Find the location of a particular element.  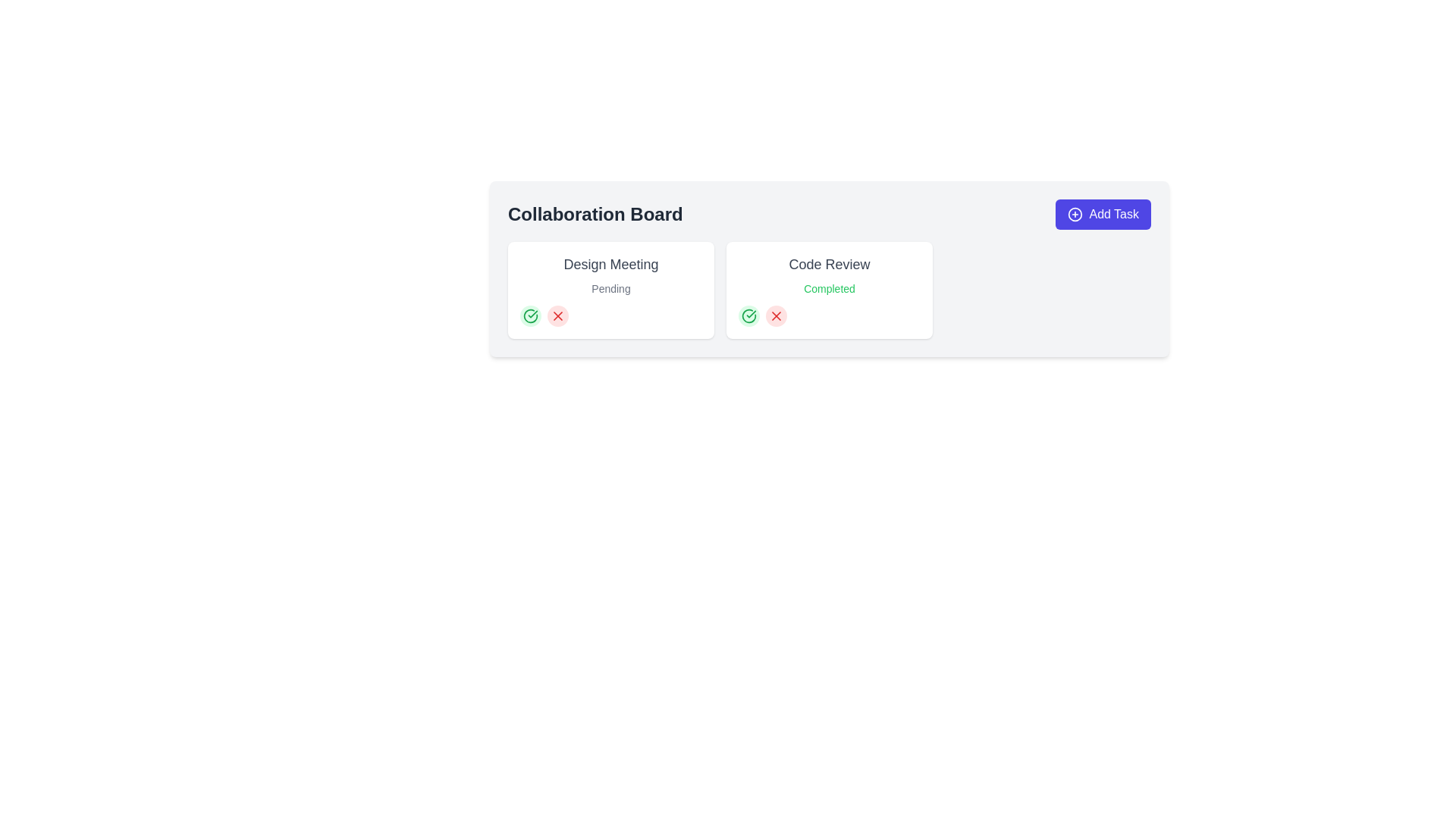

the 'Collaboration Board' text label, which is prominently displayed in bold, large font within the header section of a card interface is located at coordinates (595, 214).